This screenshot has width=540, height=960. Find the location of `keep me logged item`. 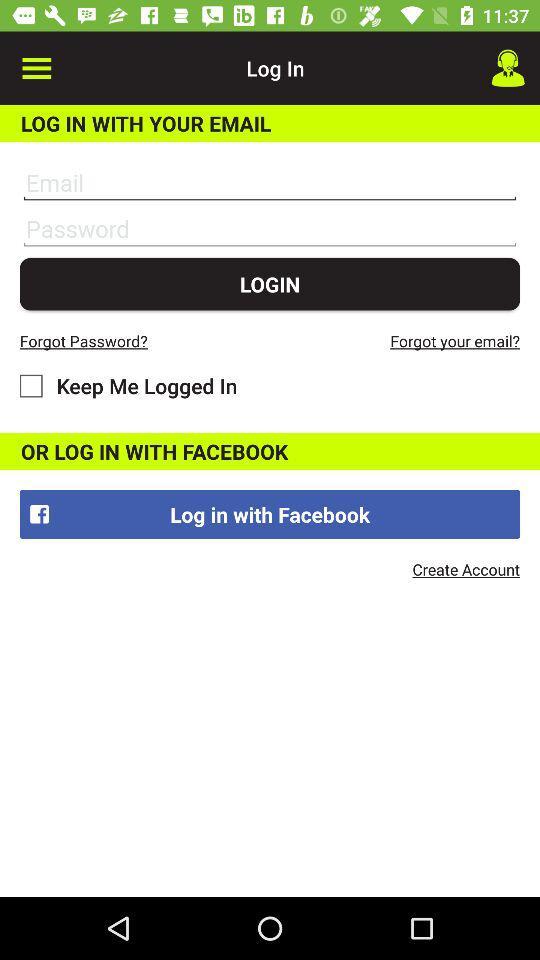

keep me logged item is located at coordinates (128, 384).